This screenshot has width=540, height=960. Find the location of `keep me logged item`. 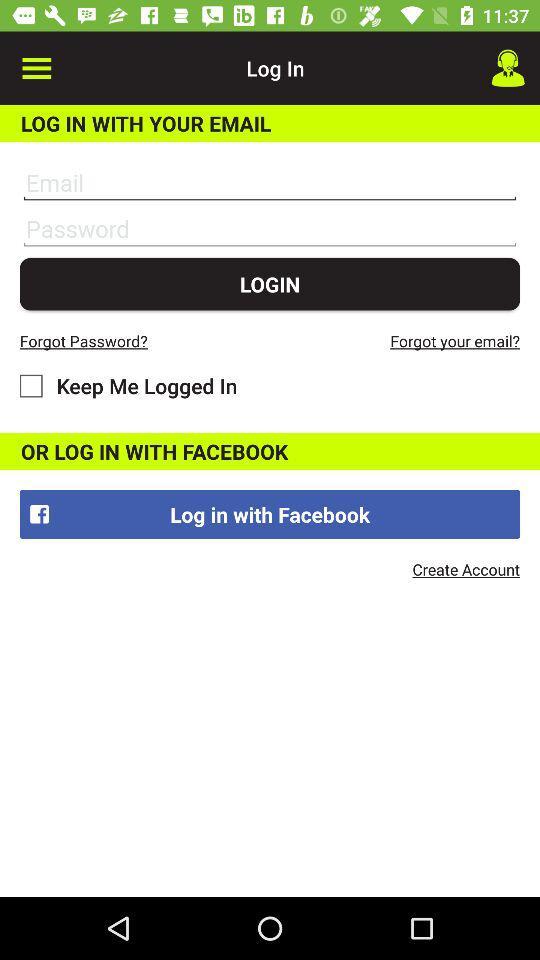

keep me logged item is located at coordinates (128, 384).